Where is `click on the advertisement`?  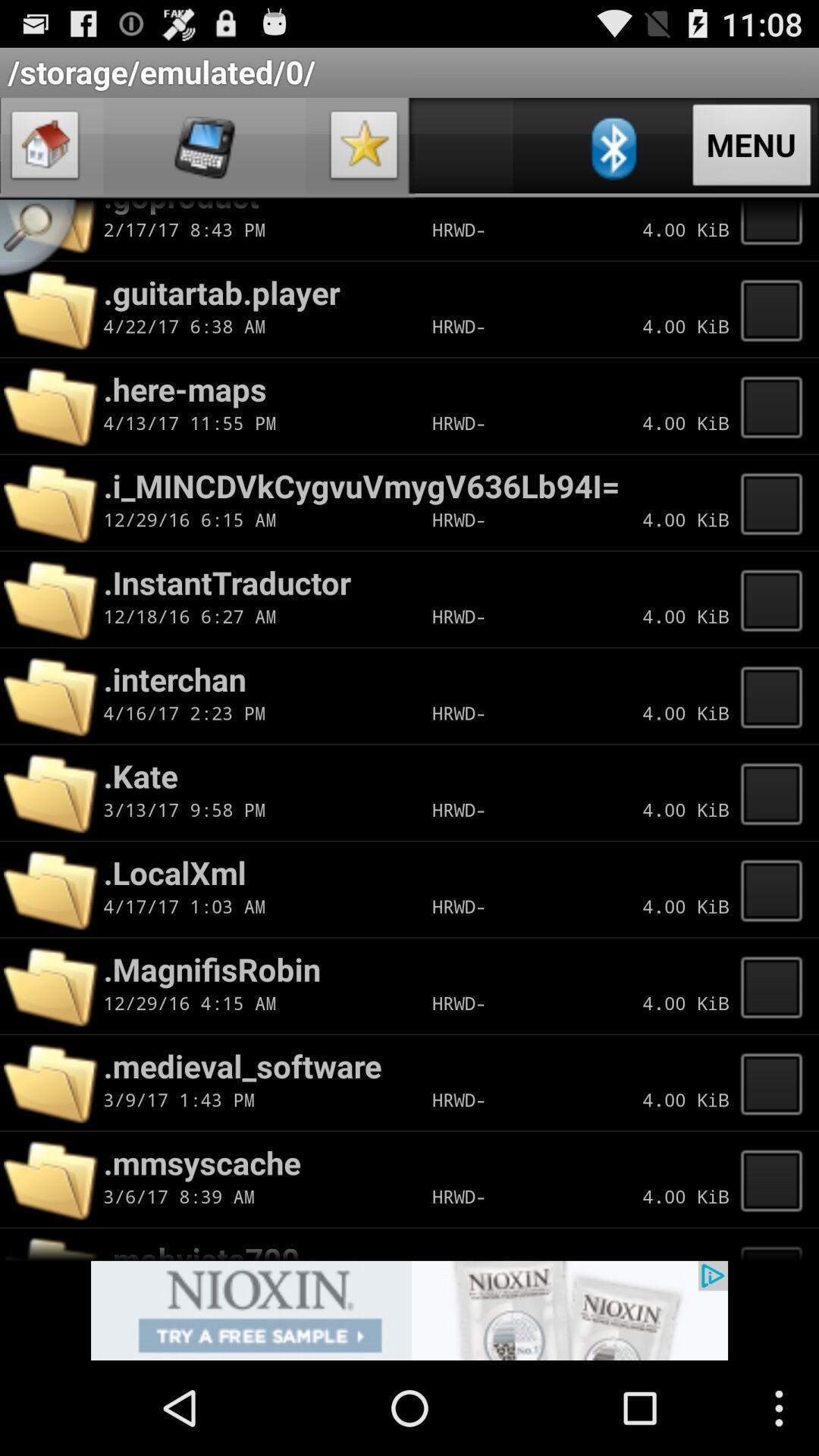 click on the advertisement is located at coordinates (409, 1310).